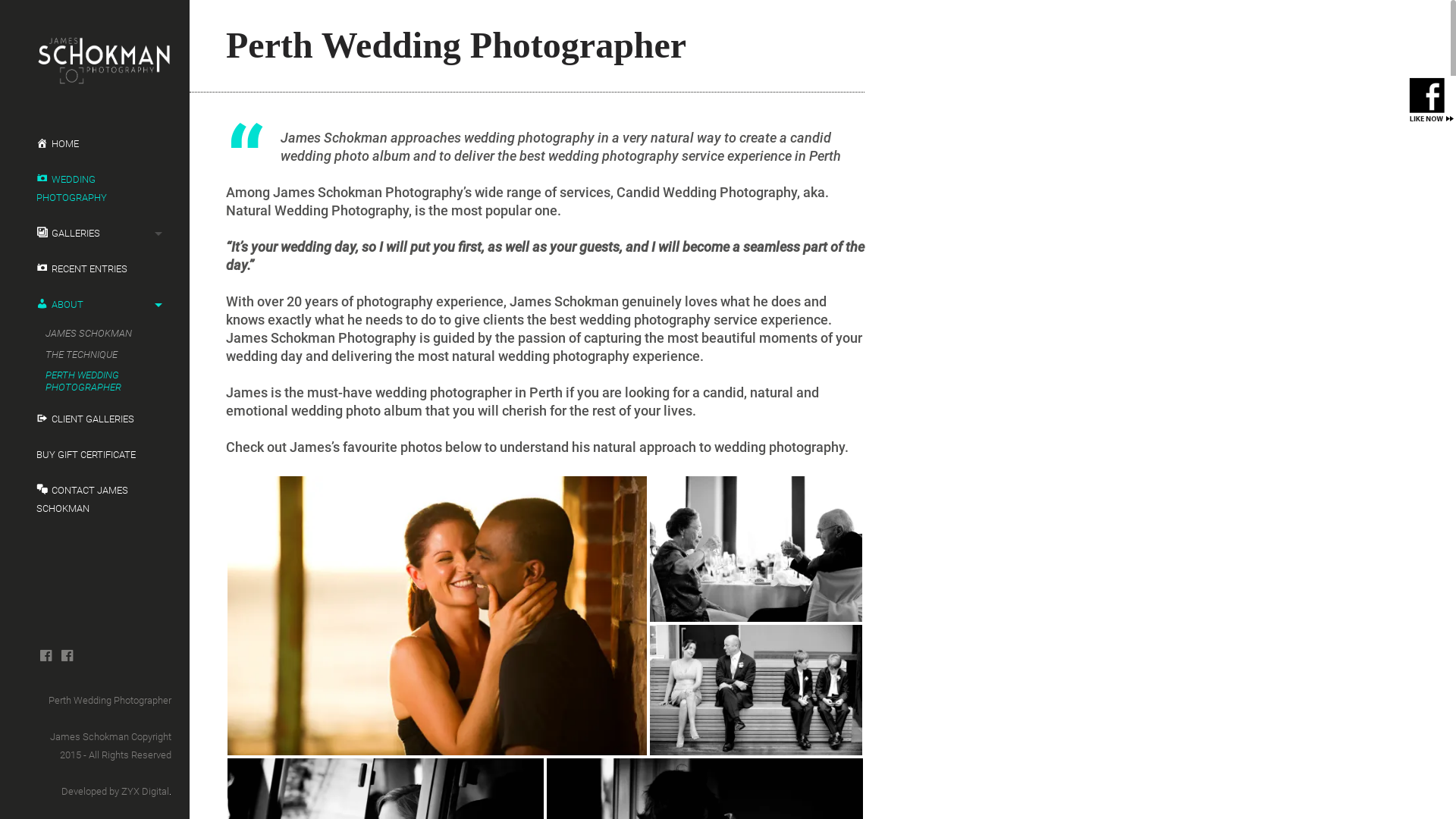 This screenshot has height=819, width=1456. What do you see at coordinates (436, 616) in the screenshot?
I see `'James_schokman_photography_engagement--5'` at bounding box center [436, 616].